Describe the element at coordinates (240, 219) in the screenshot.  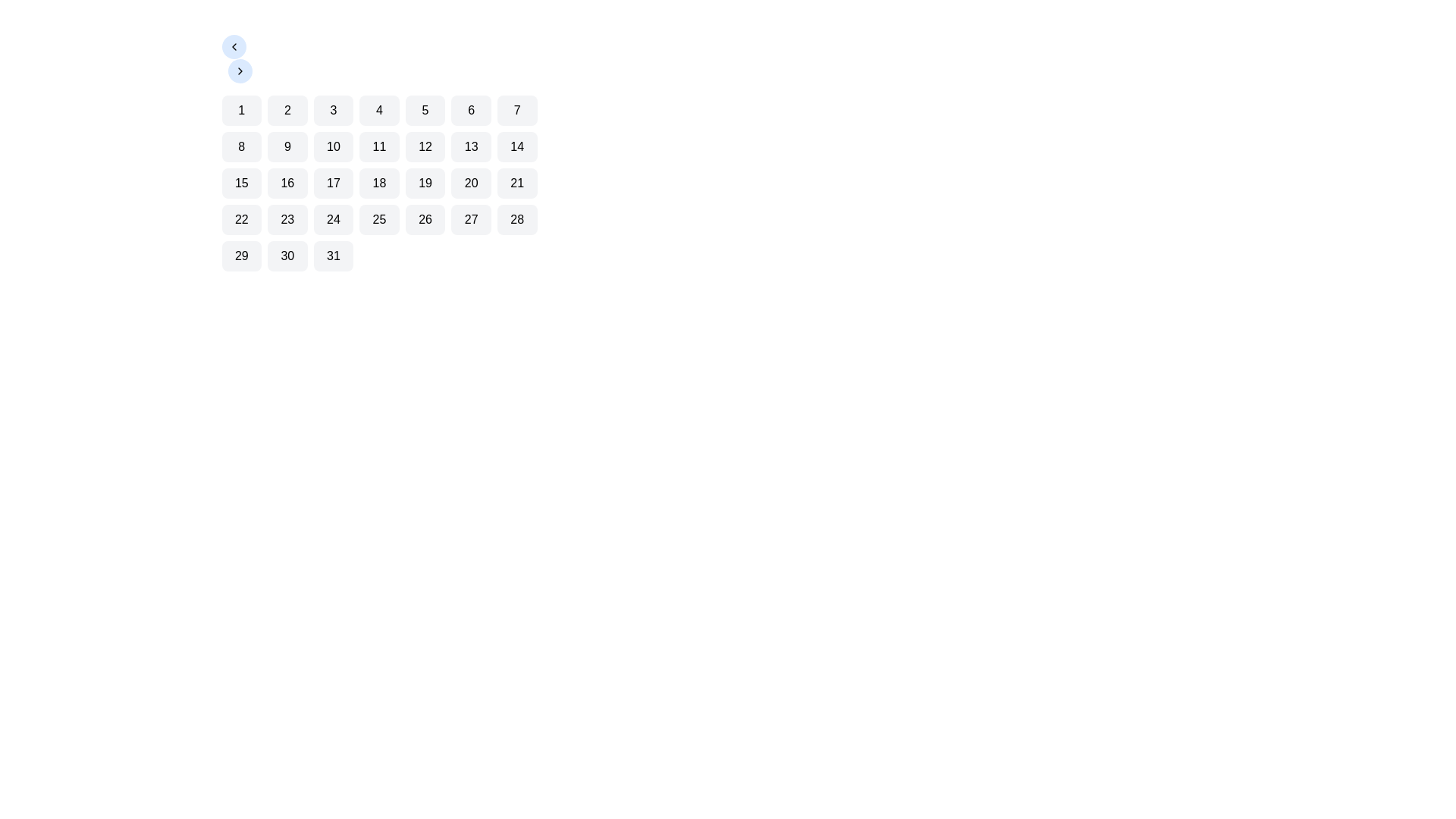
I see `the interactive calendar cell representing the 22nd day` at that location.